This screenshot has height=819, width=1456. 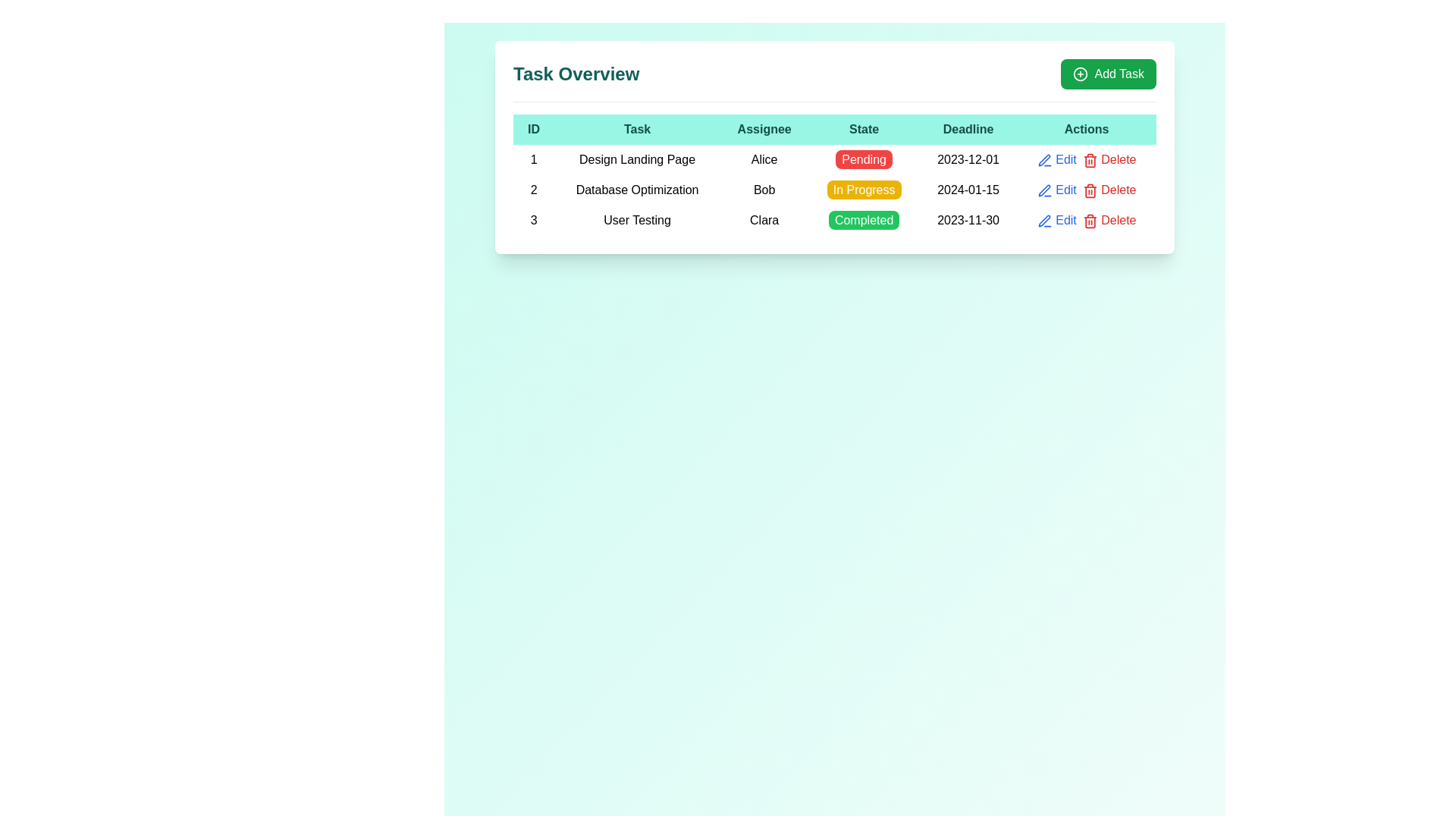 What do you see at coordinates (534, 220) in the screenshot?
I see `the numeric identifier '3' in the first position of the third row under the 'ID' column in the table` at bounding box center [534, 220].